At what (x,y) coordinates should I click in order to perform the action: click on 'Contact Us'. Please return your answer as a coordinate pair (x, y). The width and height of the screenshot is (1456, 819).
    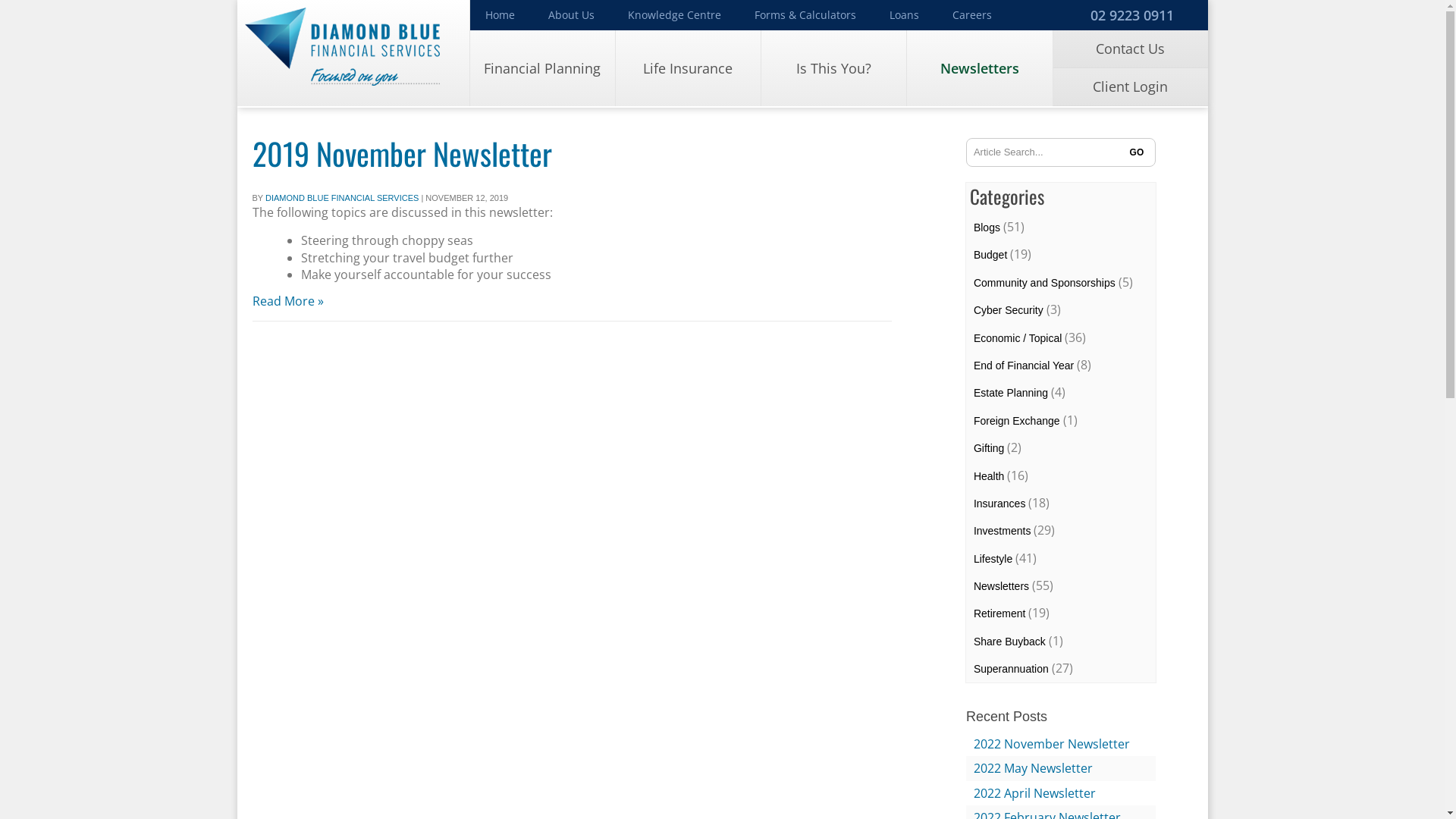
    Looking at the image, I should click on (1130, 49).